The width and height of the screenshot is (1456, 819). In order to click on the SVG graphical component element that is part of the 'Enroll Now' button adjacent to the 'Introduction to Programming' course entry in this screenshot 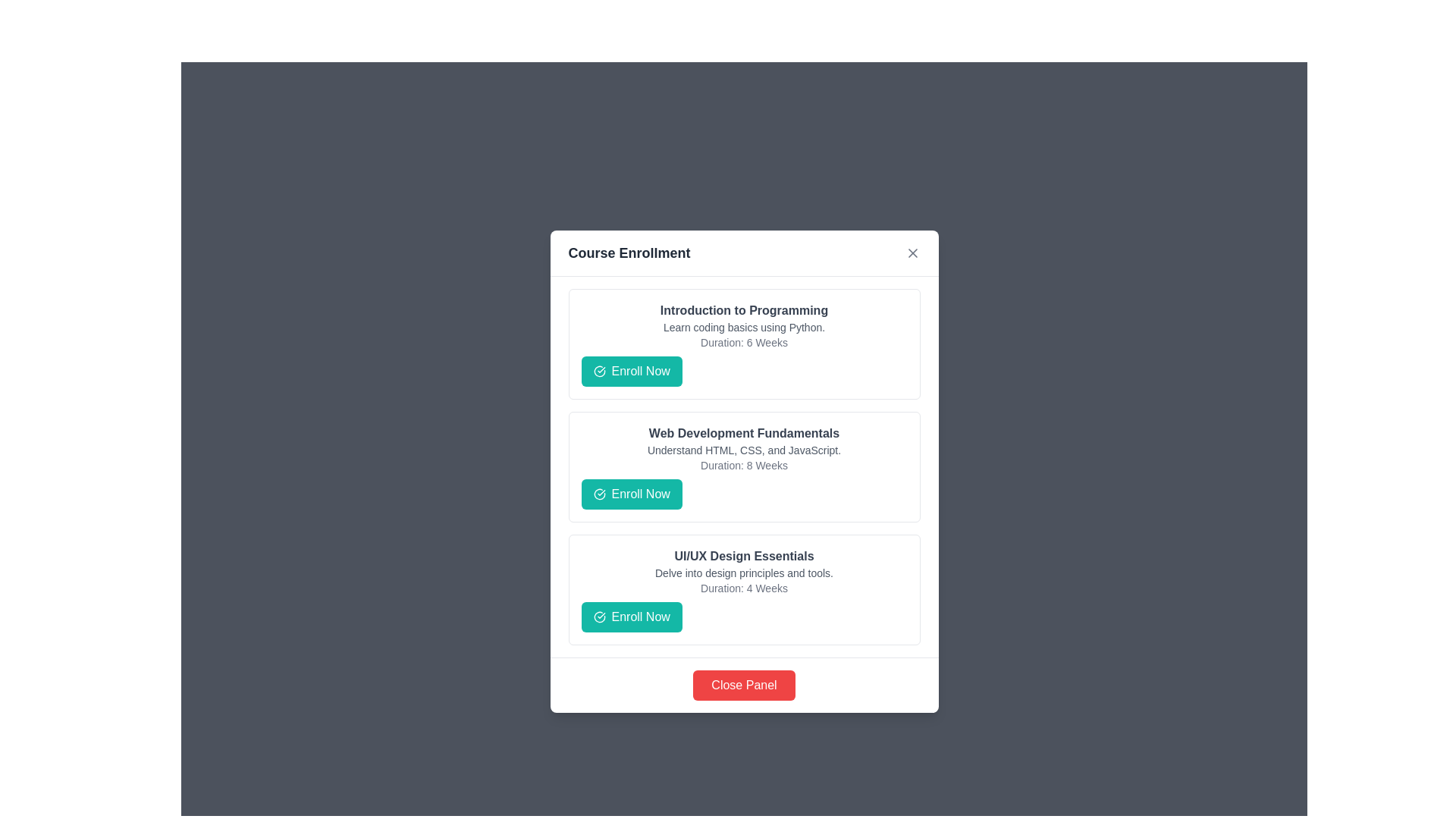, I will do `click(598, 371)`.